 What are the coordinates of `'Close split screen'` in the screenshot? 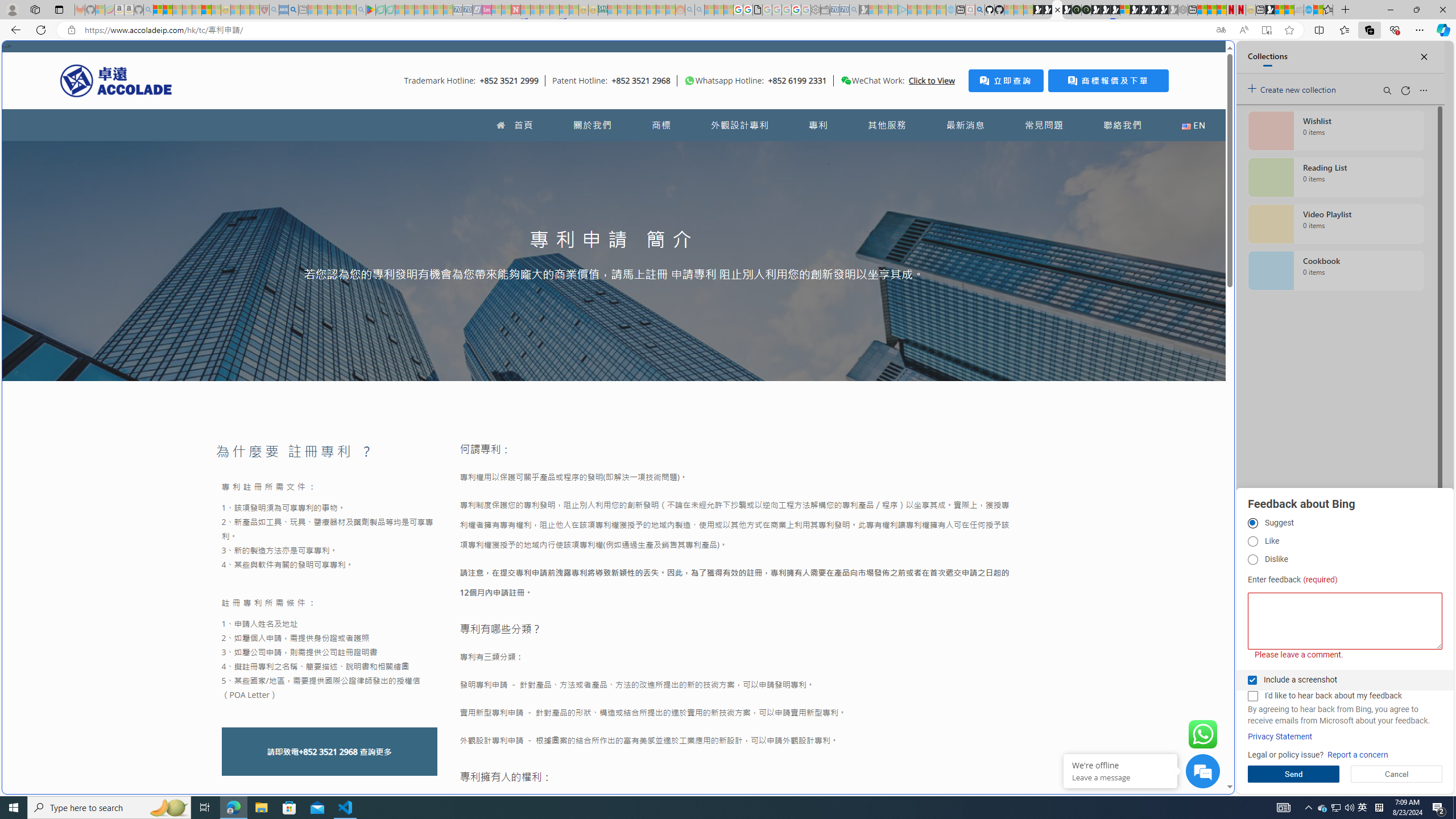 It's located at (1207, 57).